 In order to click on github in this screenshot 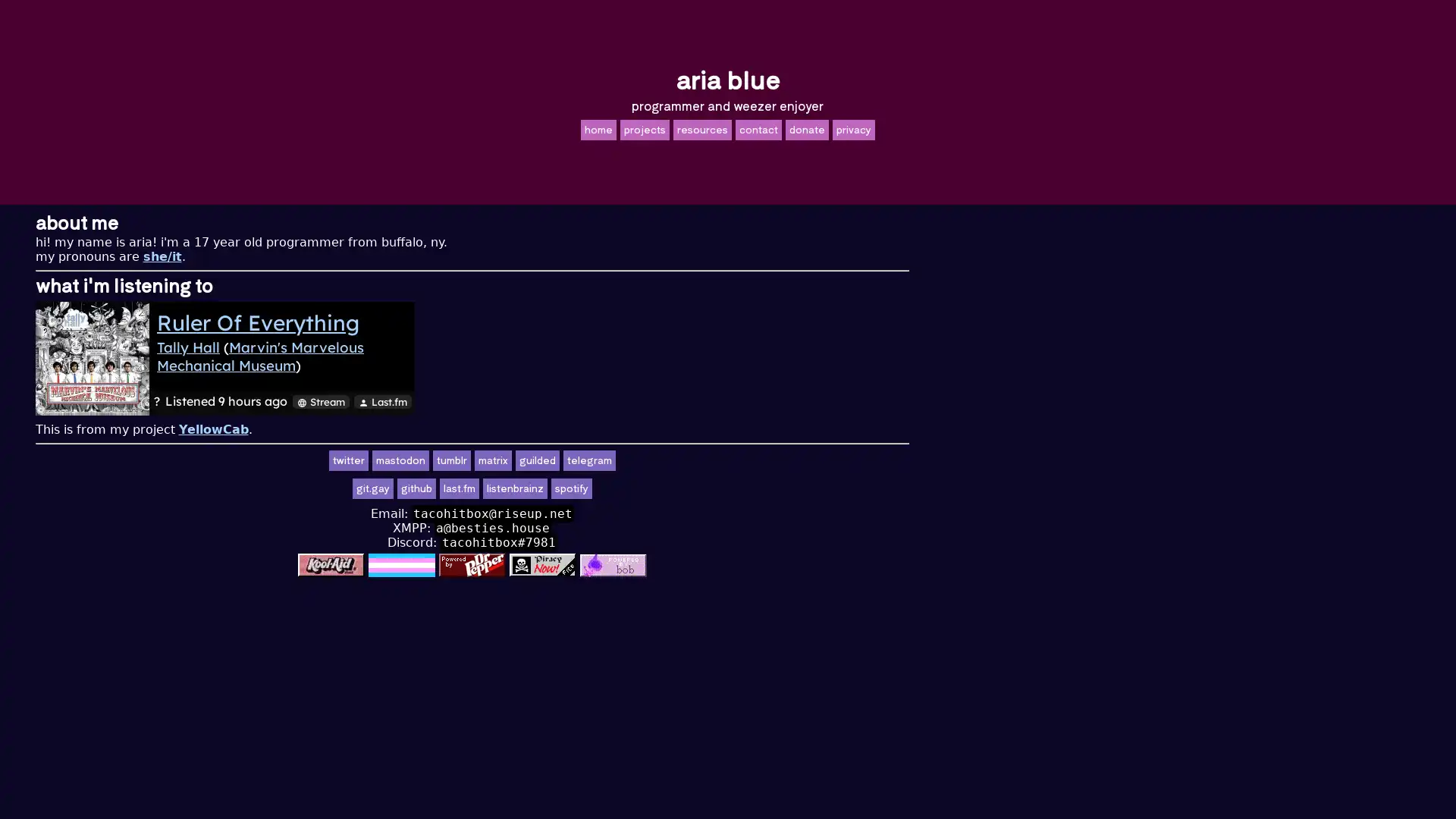, I will do `click(671, 488)`.